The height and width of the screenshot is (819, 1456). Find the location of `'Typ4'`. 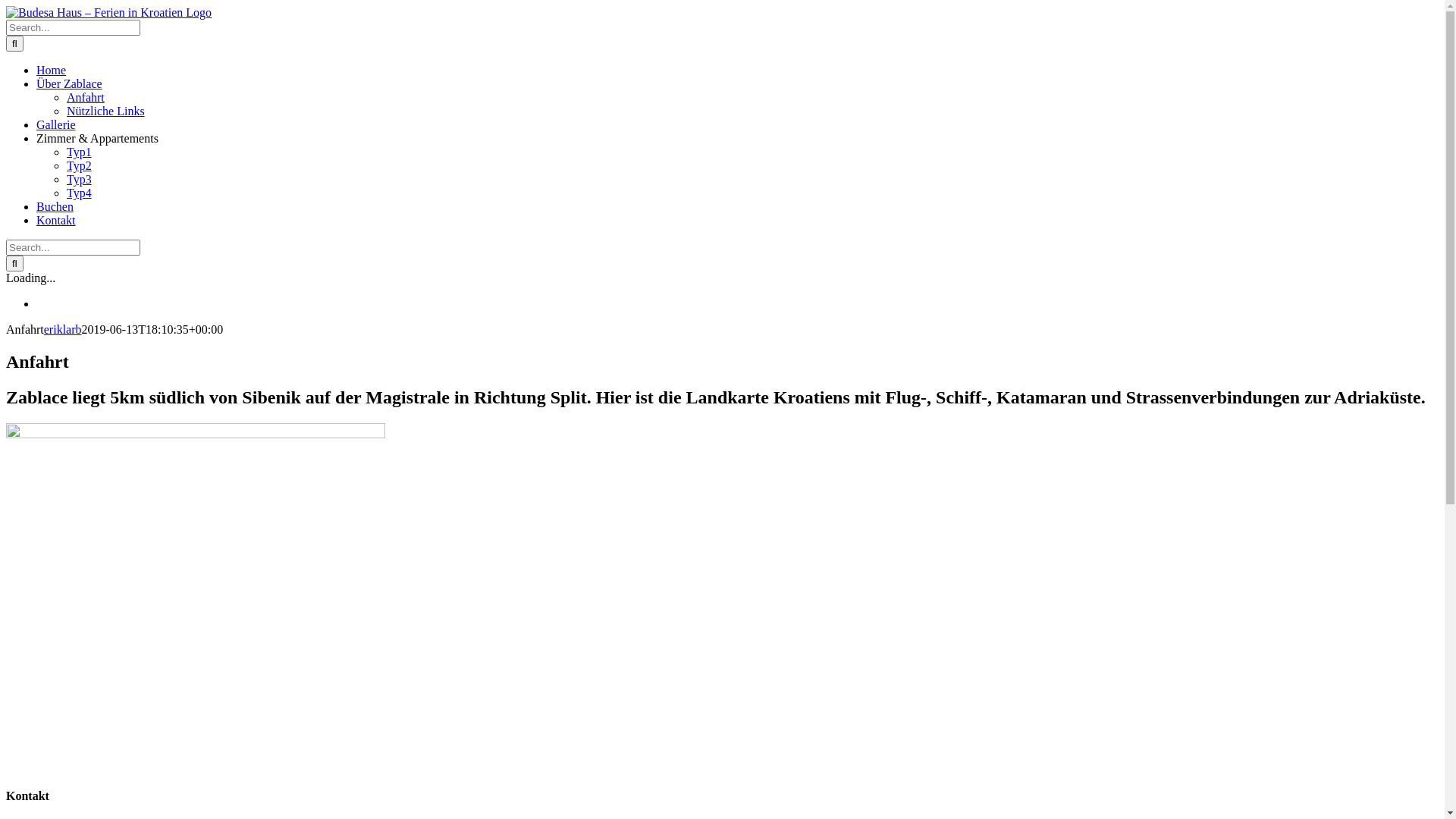

'Typ4' is located at coordinates (78, 192).